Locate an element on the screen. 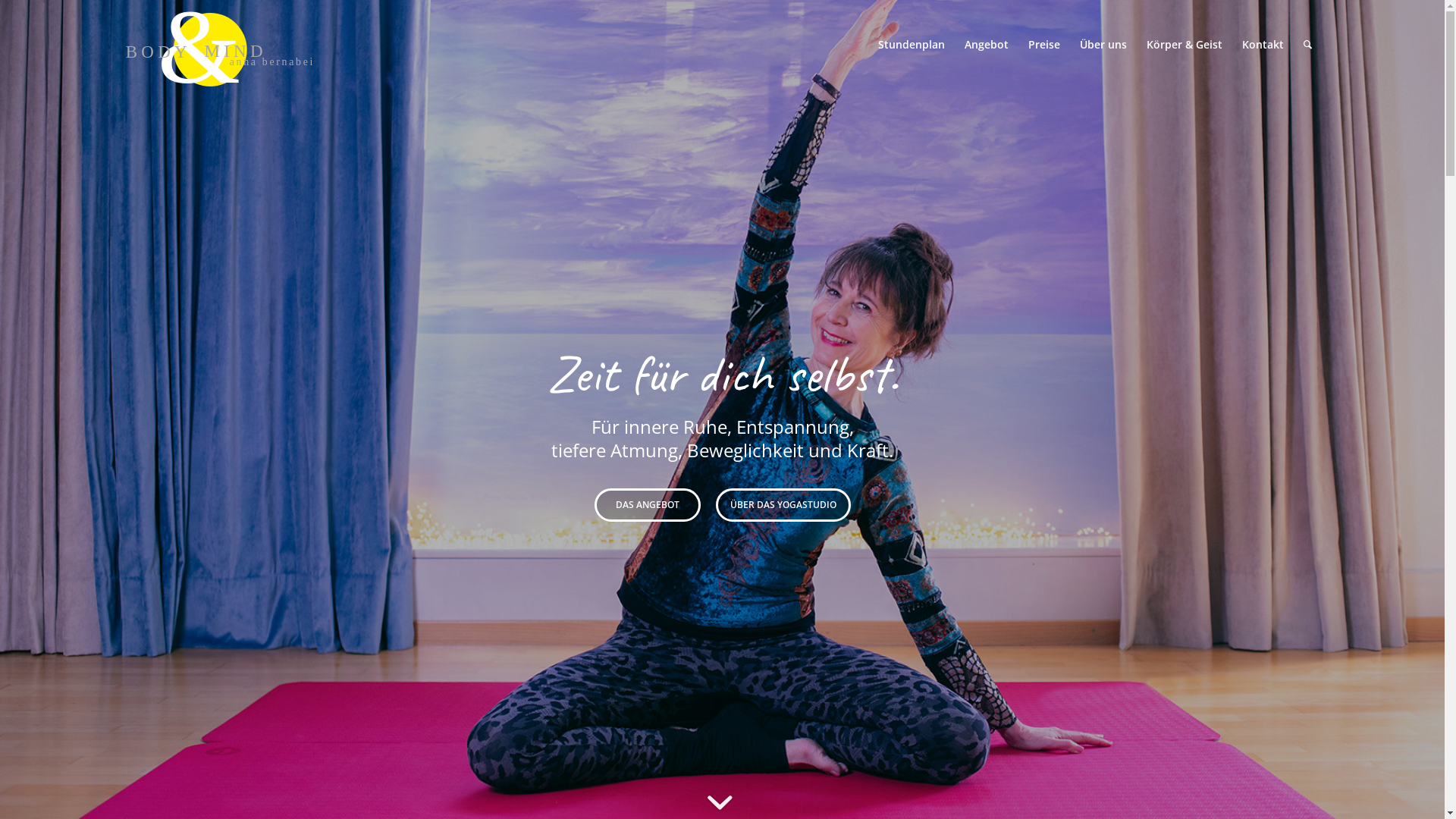  'Preise' is located at coordinates (1043, 43).